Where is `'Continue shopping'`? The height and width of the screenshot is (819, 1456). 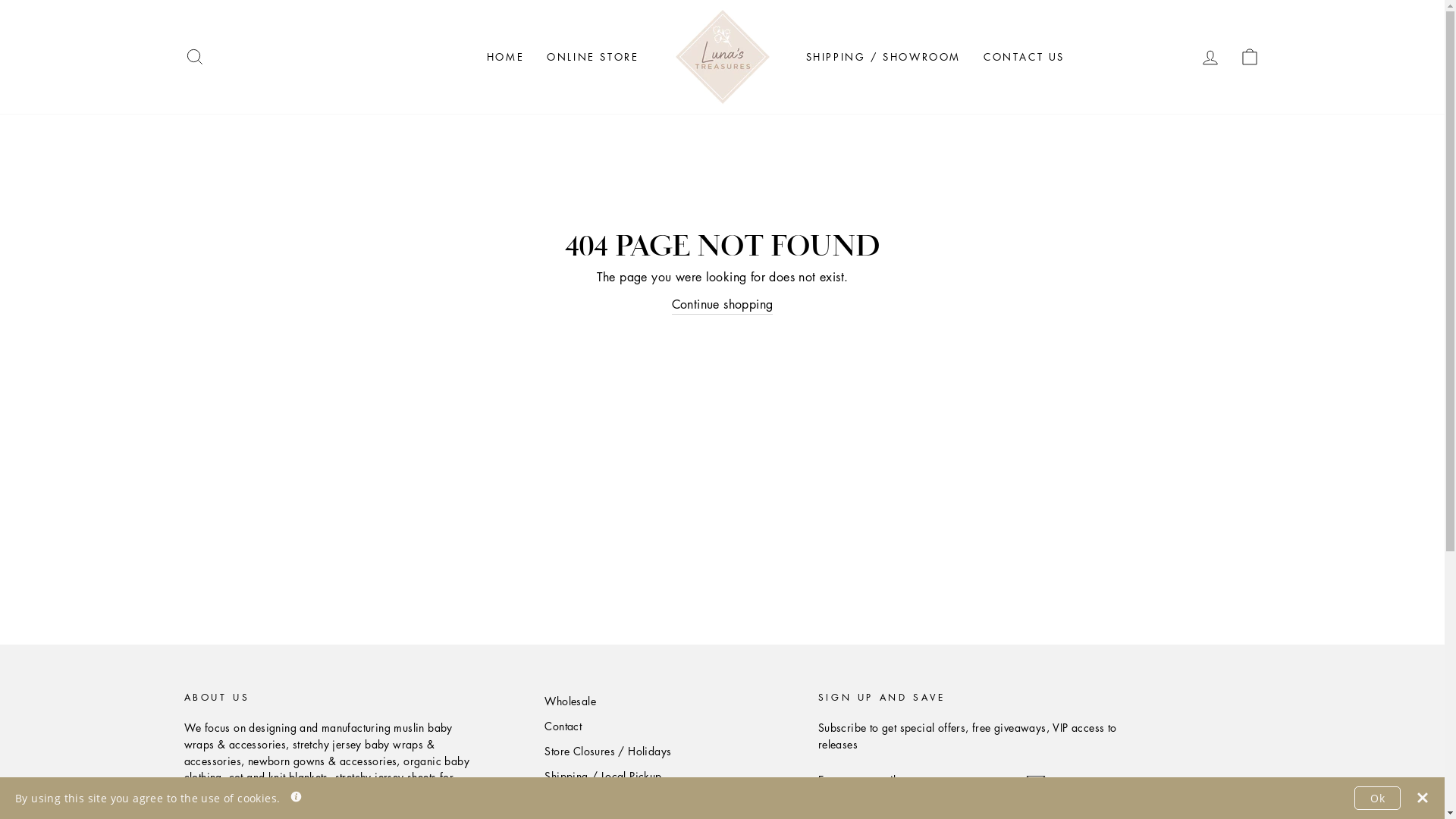 'Continue shopping' is located at coordinates (671, 305).